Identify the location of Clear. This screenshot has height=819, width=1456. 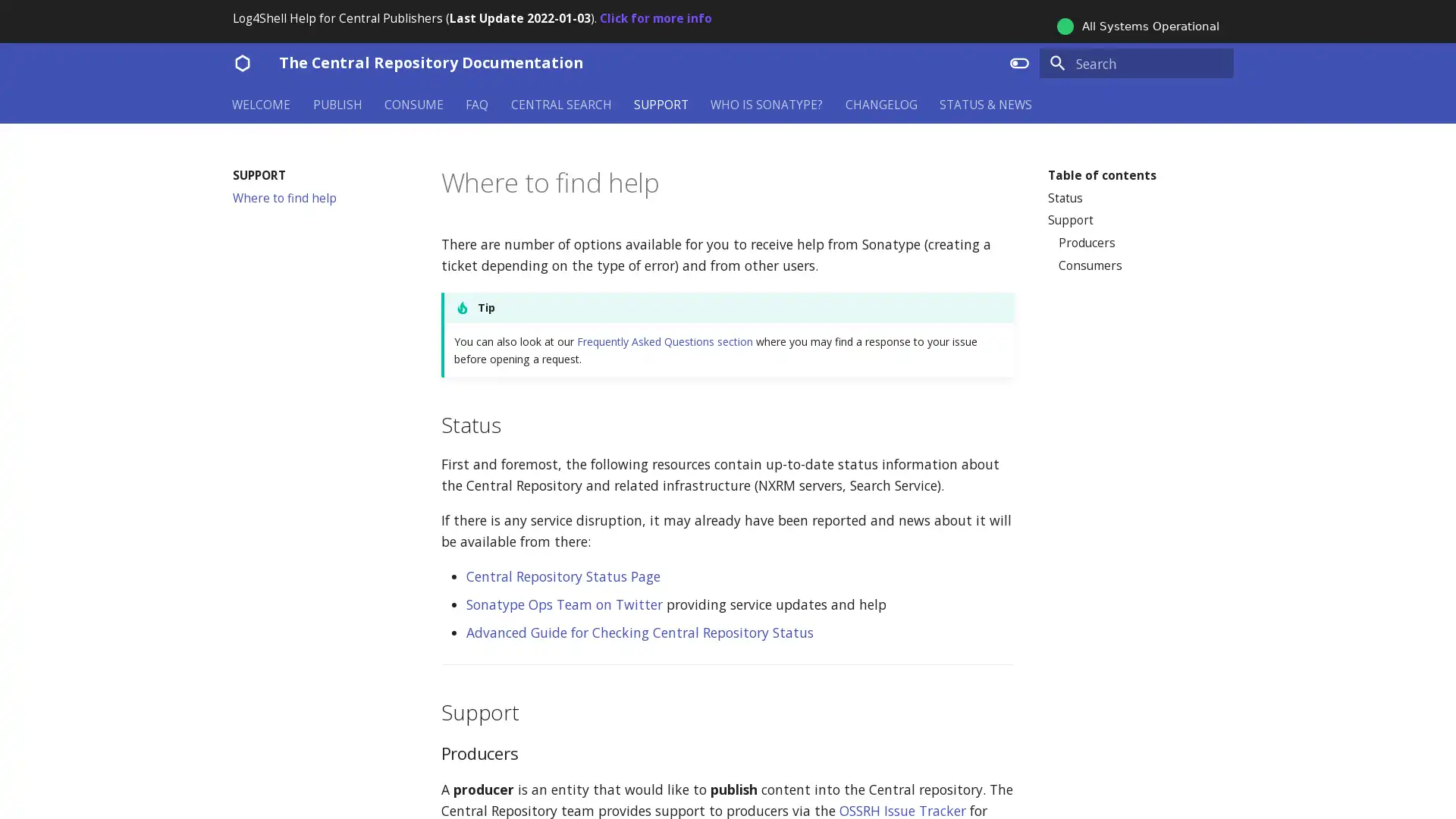
(1215, 62).